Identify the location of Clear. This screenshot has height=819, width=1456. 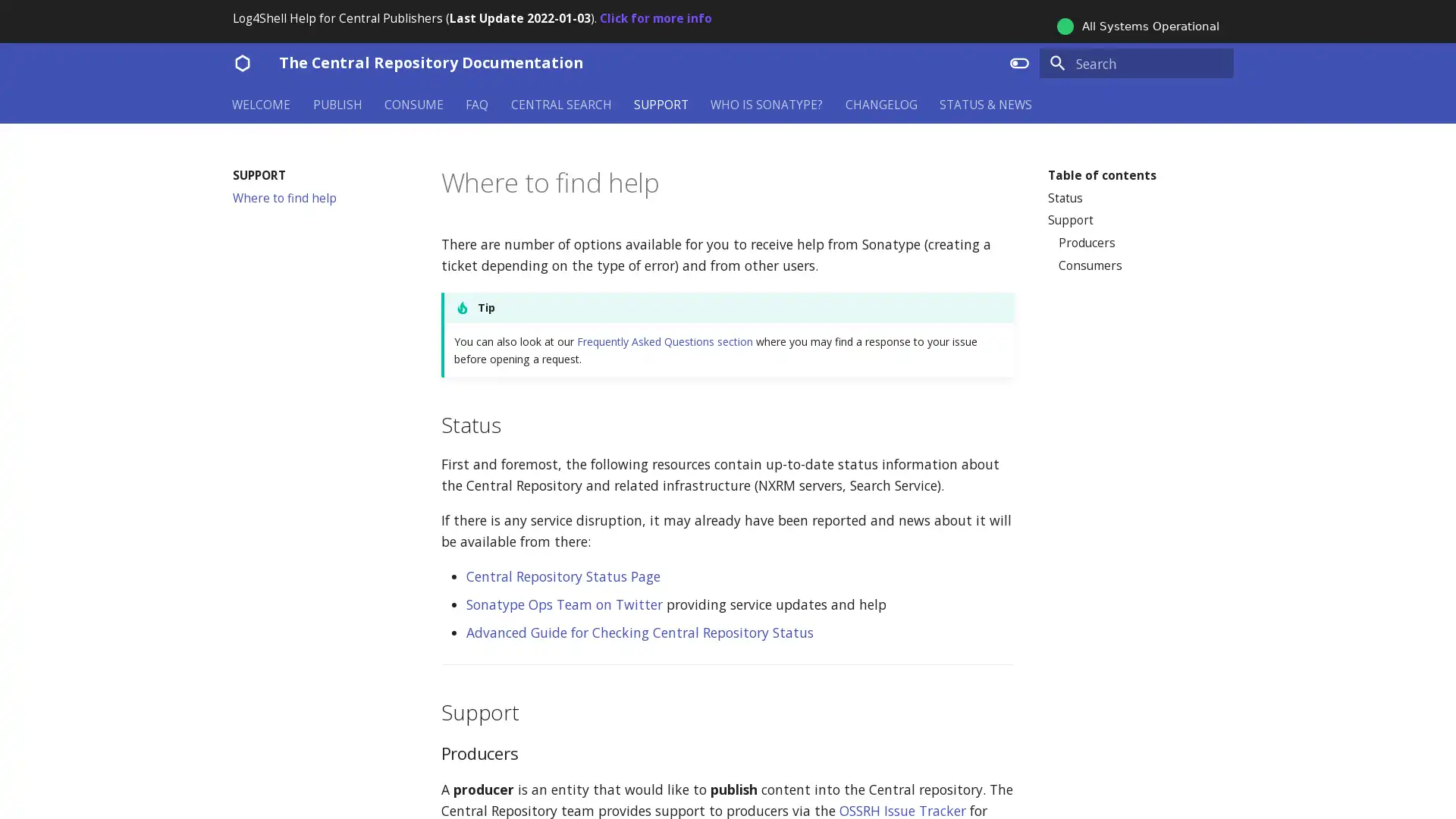
(1215, 62).